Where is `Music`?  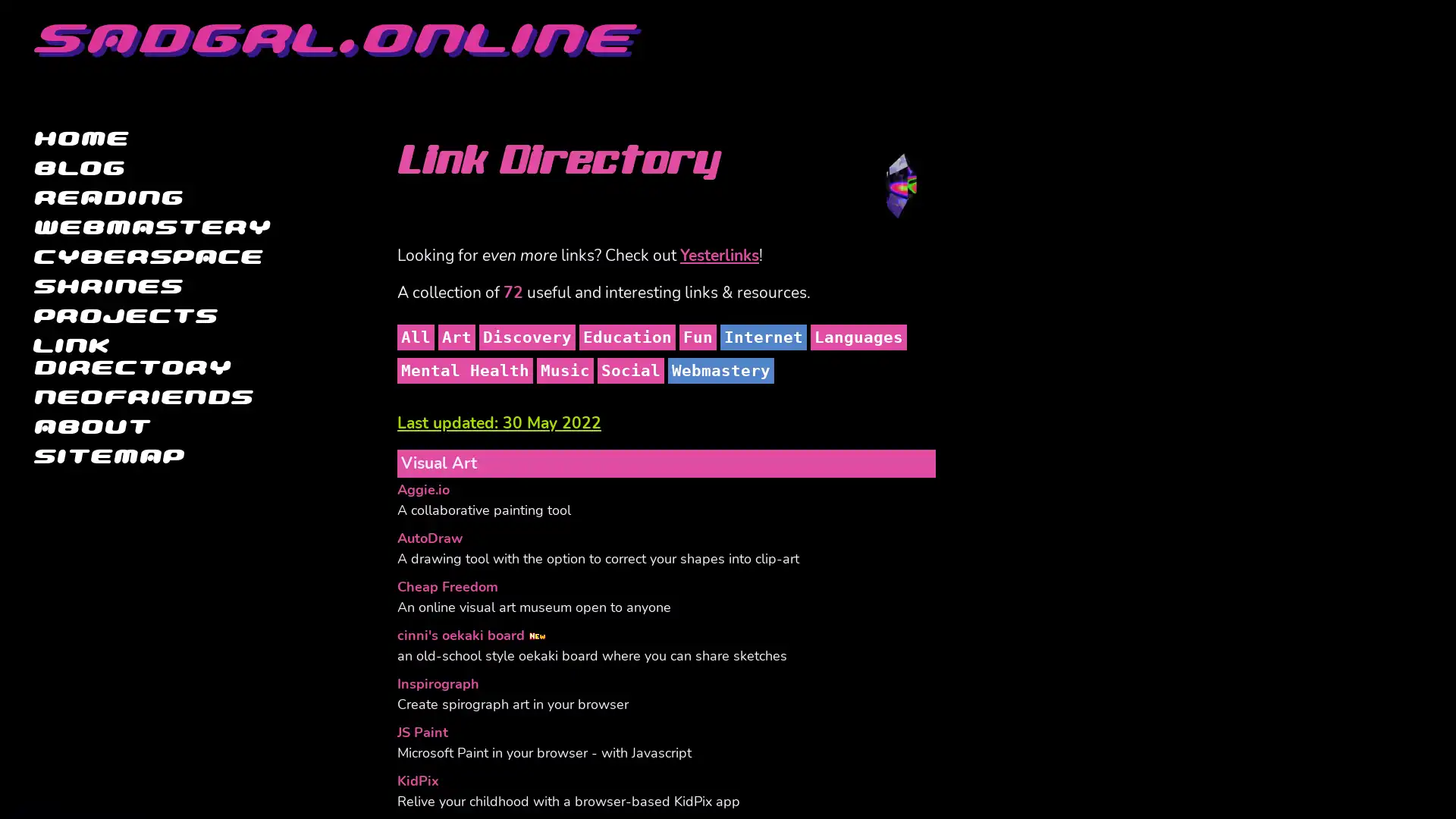 Music is located at coordinates (564, 370).